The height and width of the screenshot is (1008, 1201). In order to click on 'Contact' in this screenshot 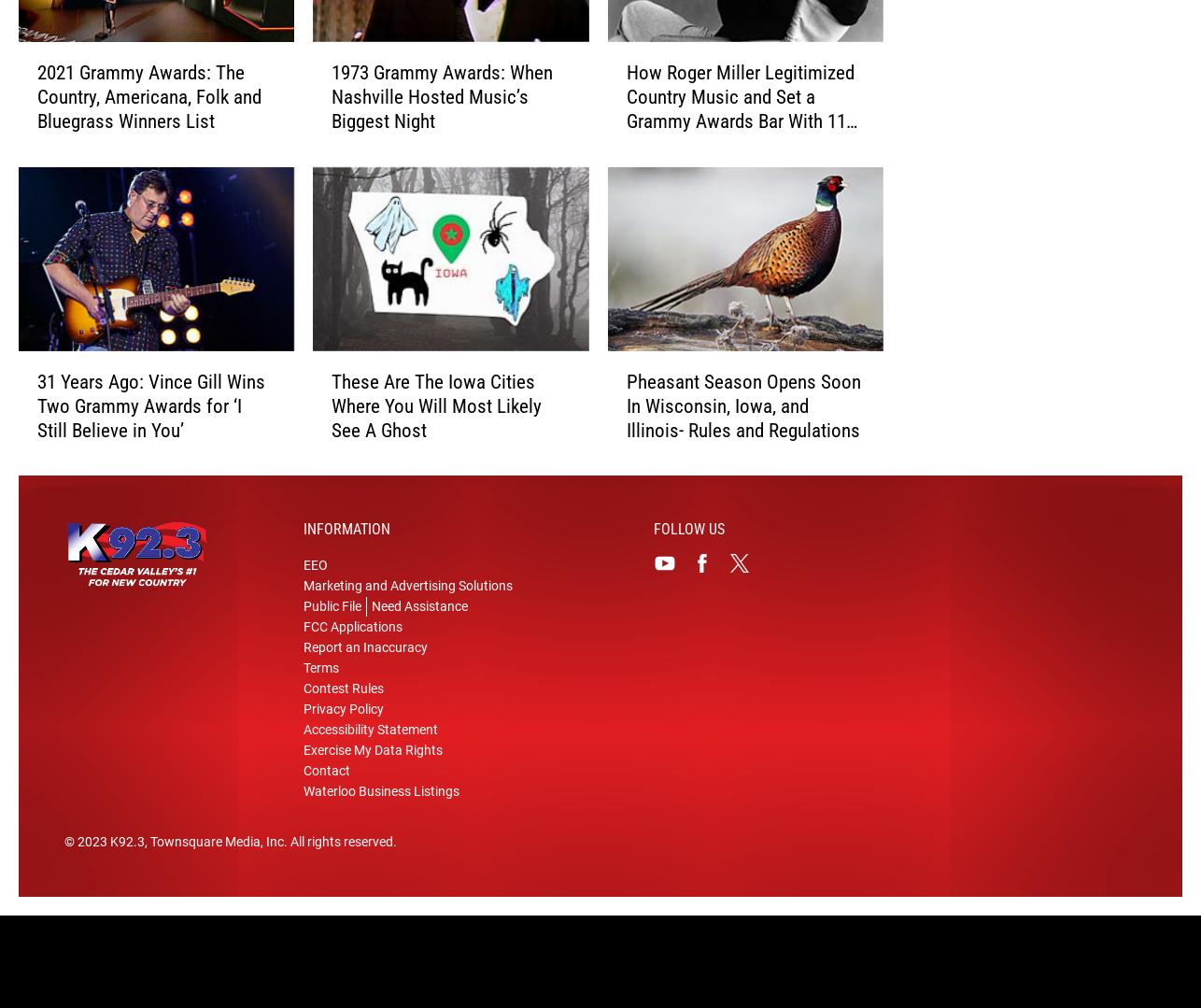, I will do `click(326, 801)`.